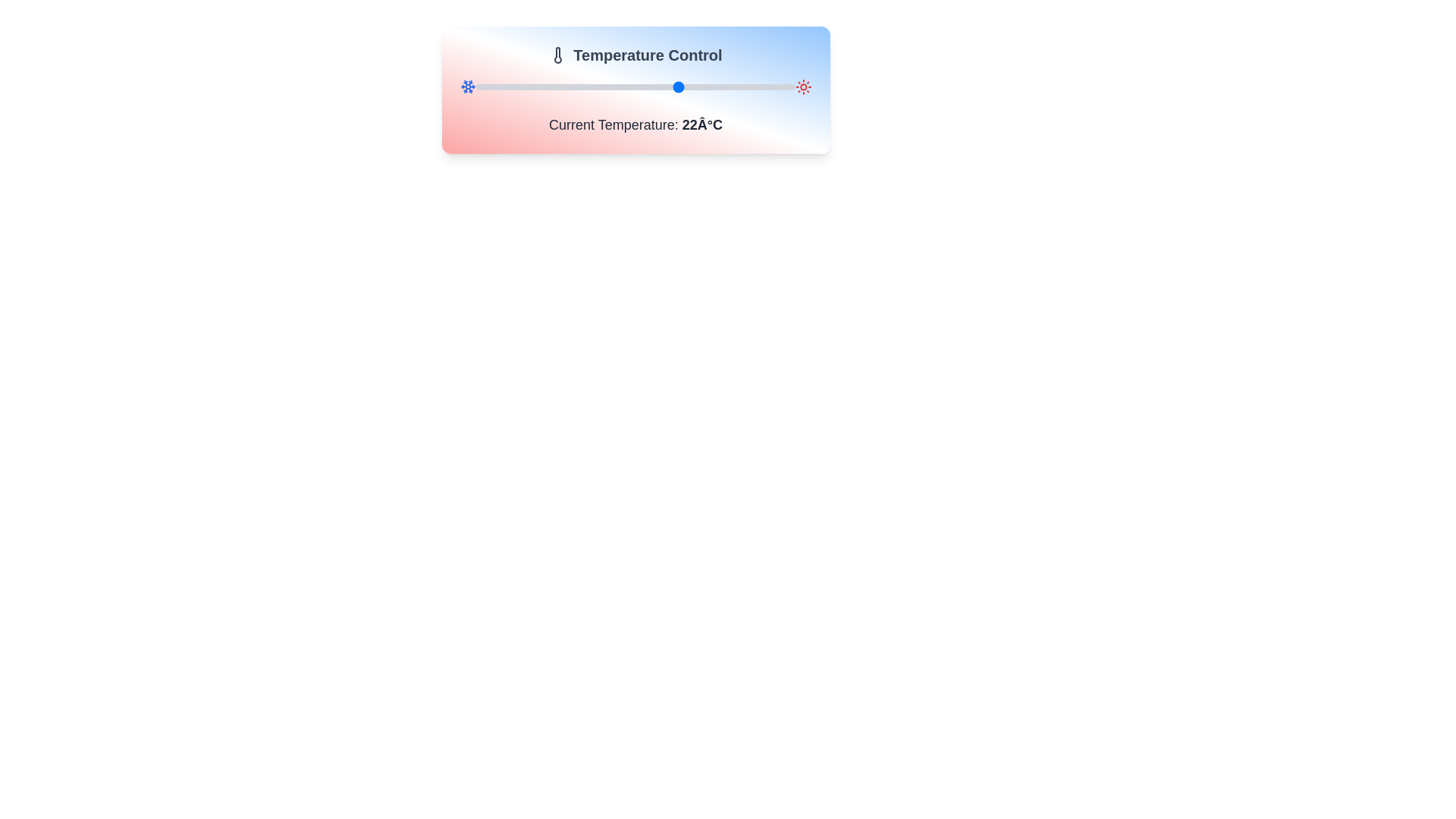 Image resolution: width=1456 pixels, height=819 pixels. Describe the element at coordinates (635, 55) in the screenshot. I see `the centered header text labeled 'Temperature Control' with a thermometer icon, which is placed on a light gradient background` at that location.